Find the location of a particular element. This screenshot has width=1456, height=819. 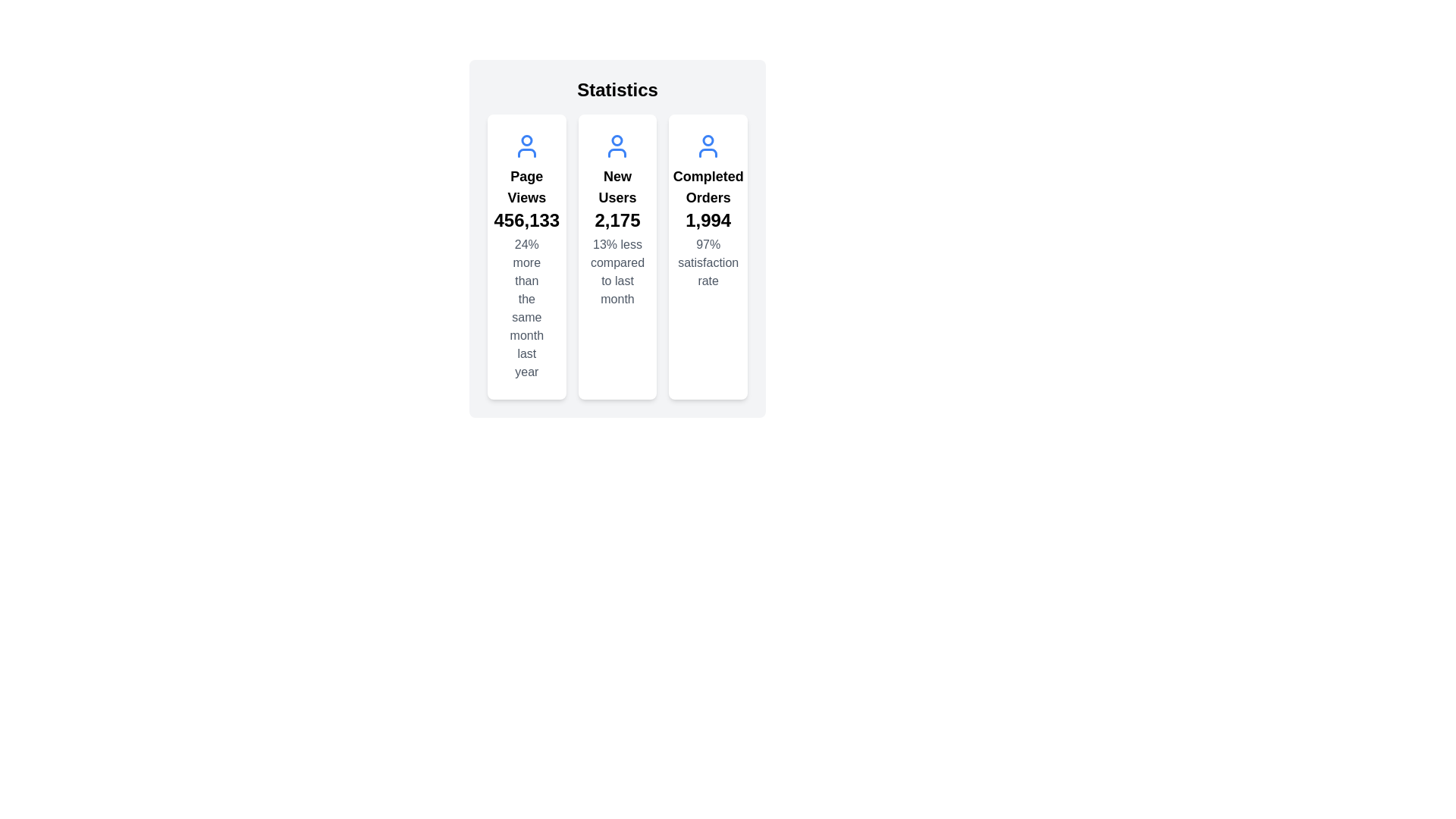

satisfaction percentage text label located below the bold text '1,994' in the 'Completed Orders' card within the statistics panel is located at coordinates (708, 262).